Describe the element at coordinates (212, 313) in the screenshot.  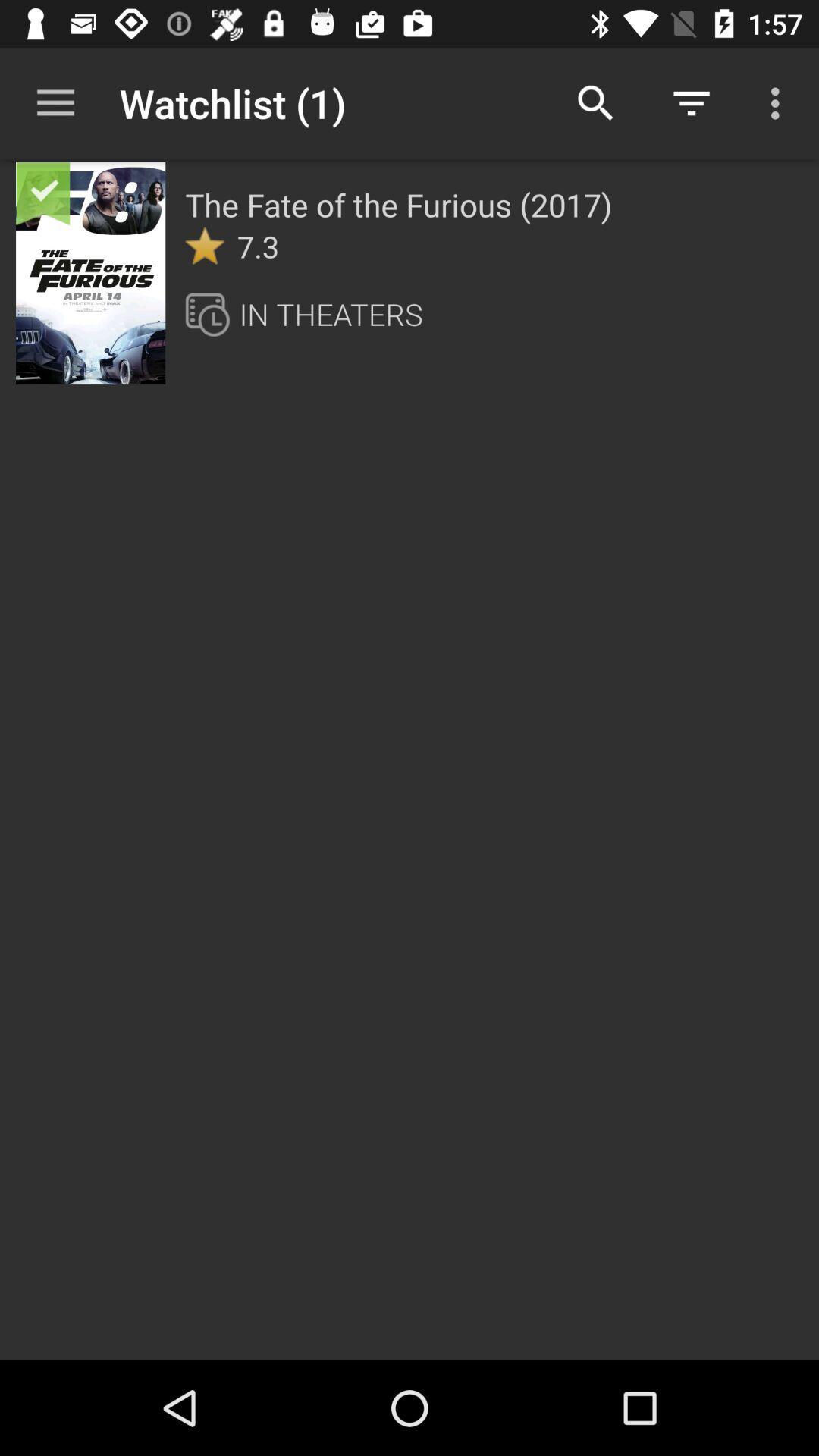
I see `the item next to the in theaters` at that location.